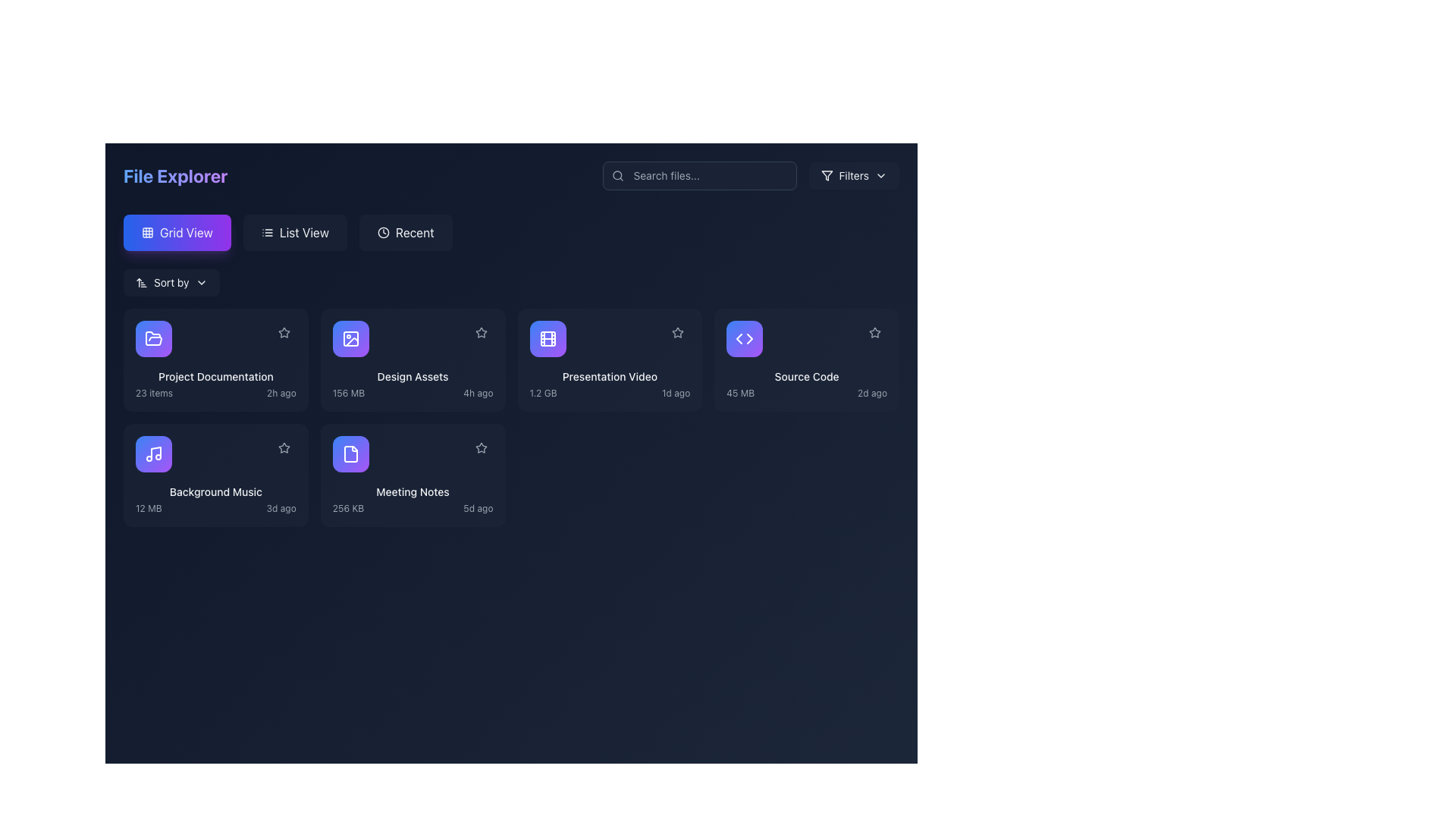 The image size is (1456, 819). Describe the element at coordinates (350, 338) in the screenshot. I see `the 'Design Assets' icon located in the top-right quadrant of the file explorer interface` at that location.